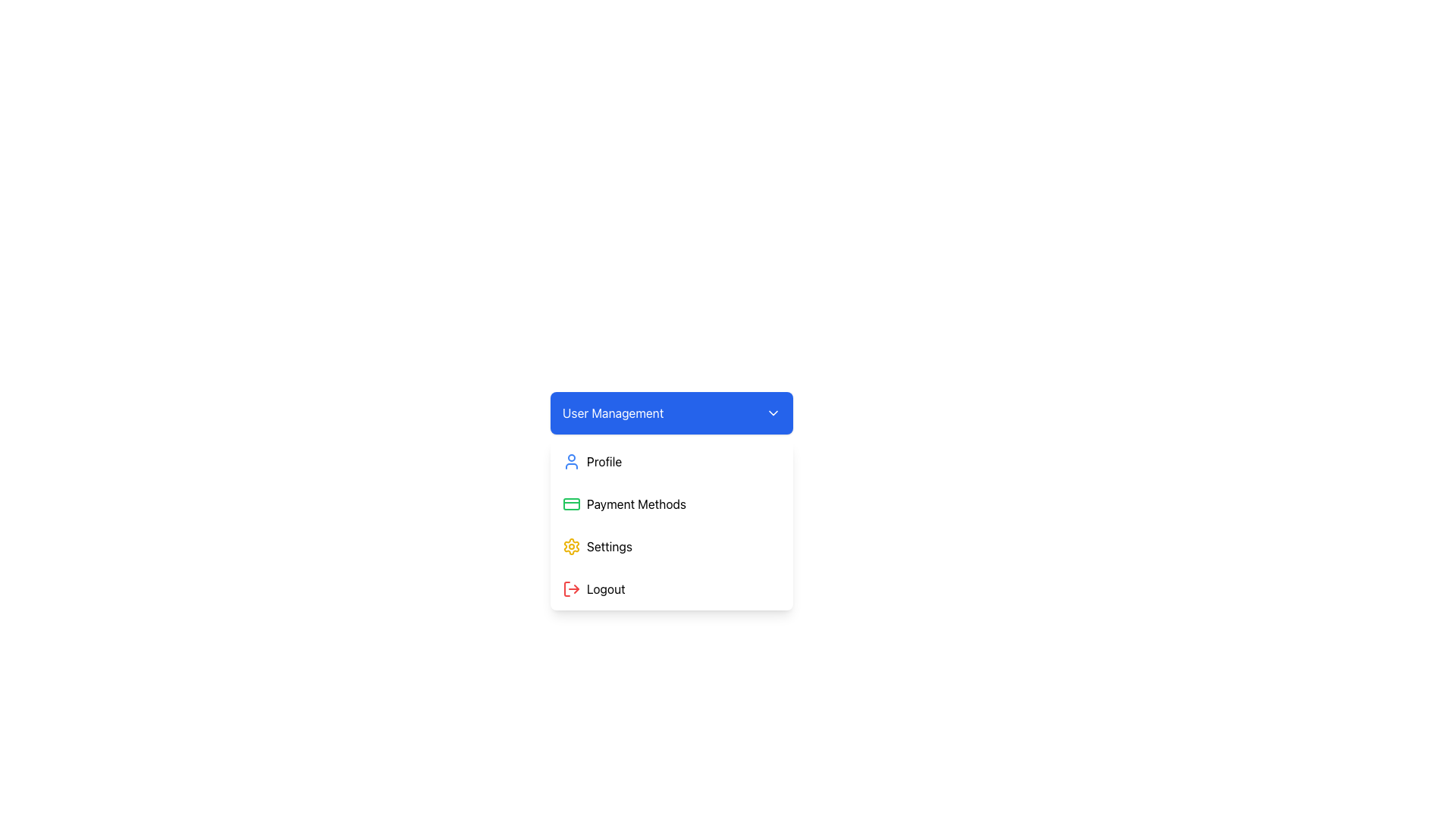  Describe the element at coordinates (773, 413) in the screenshot. I see `the Chevron-Down icon within the blue 'User Management' button` at that location.